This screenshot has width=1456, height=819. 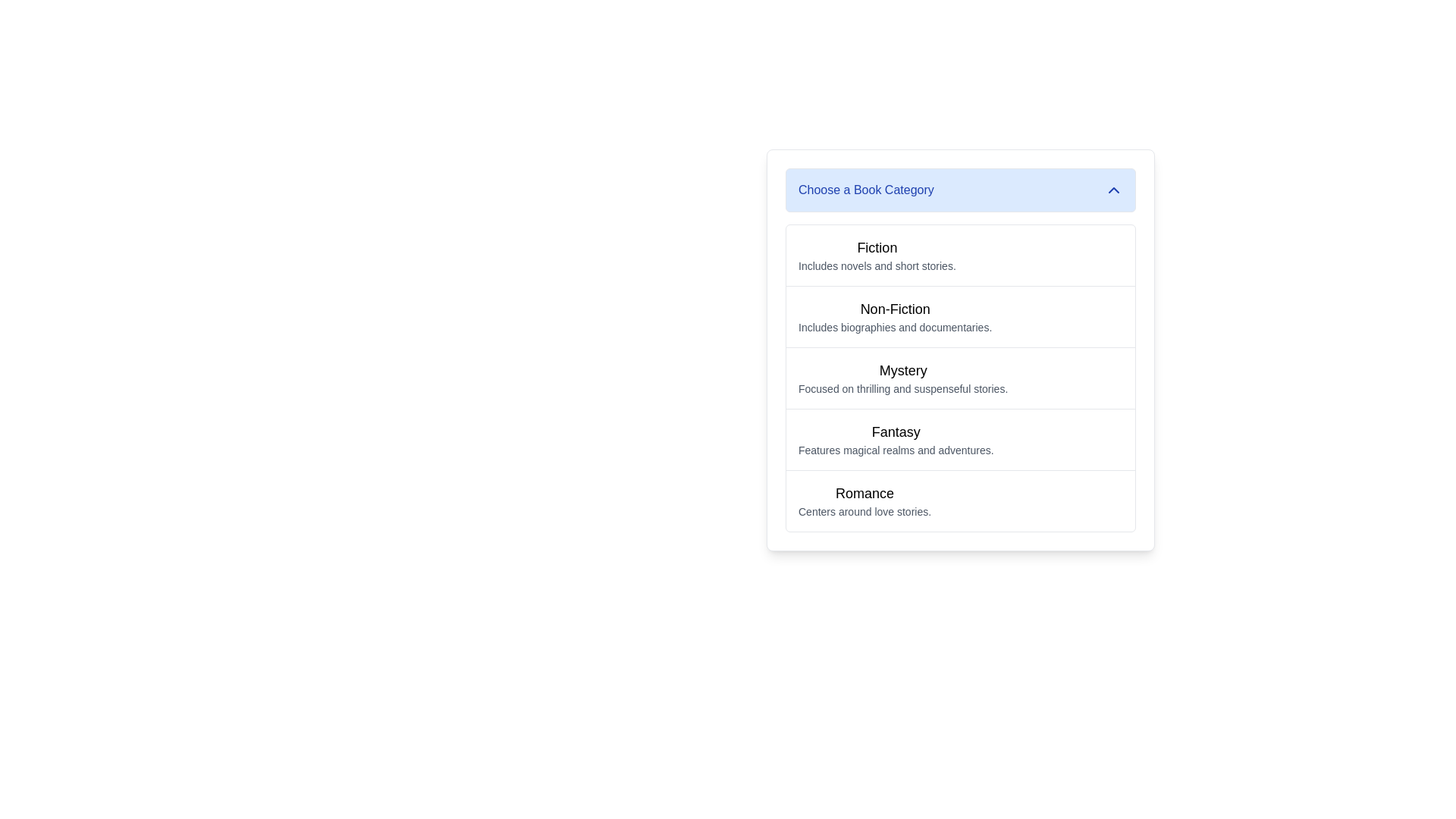 What do you see at coordinates (903, 377) in the screenshot?
I see `the label component titled 'Mystery'` at bounding box center [903, 377].